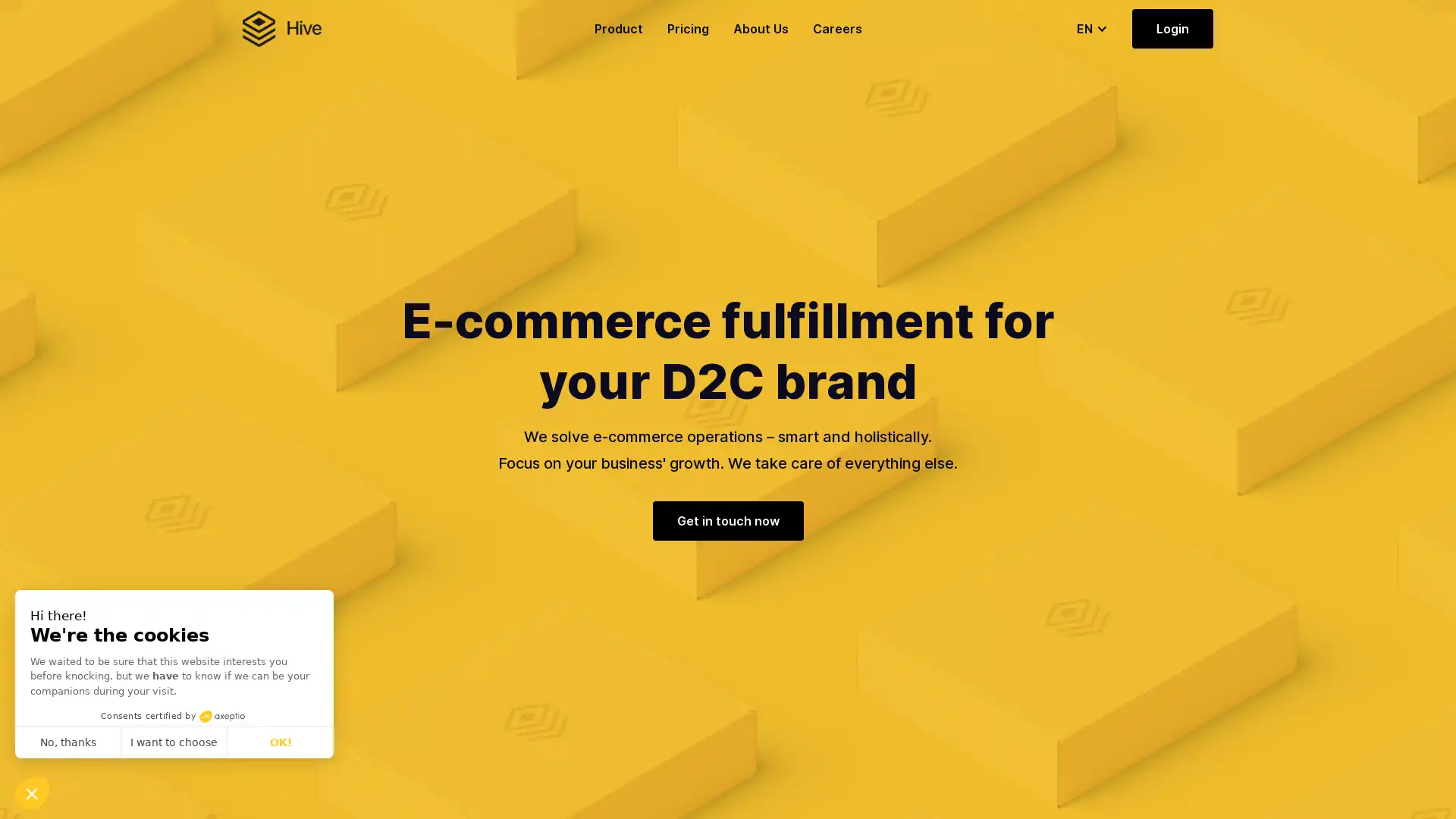 This screenshot has height=819, width=1456. What do you see at coordinates (280, 742) in the screenshot?
I see `OK!` at bounding box center [280, 742].